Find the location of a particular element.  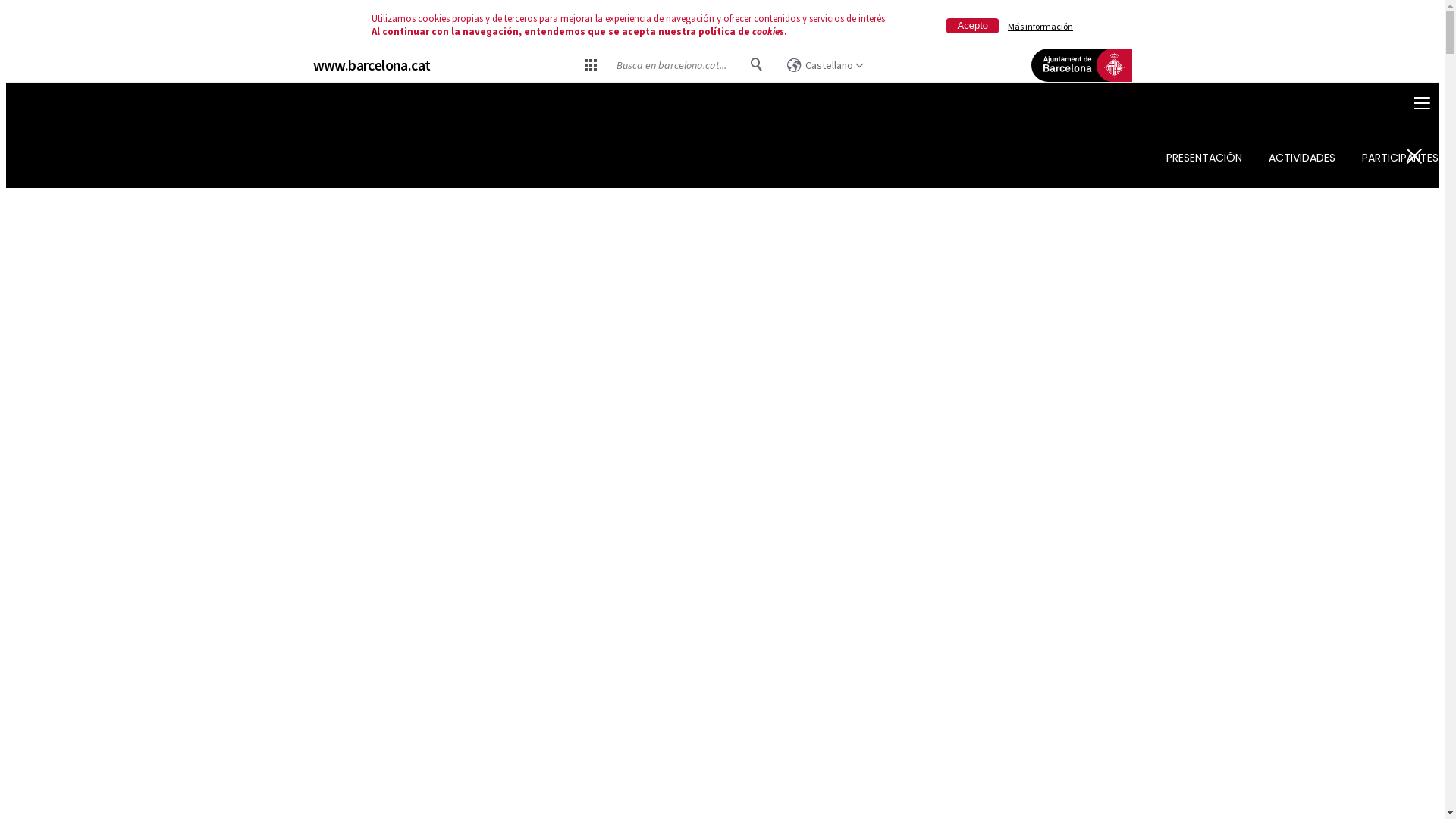

'www.barcelona.cat' is located at coordinates (371, 64).